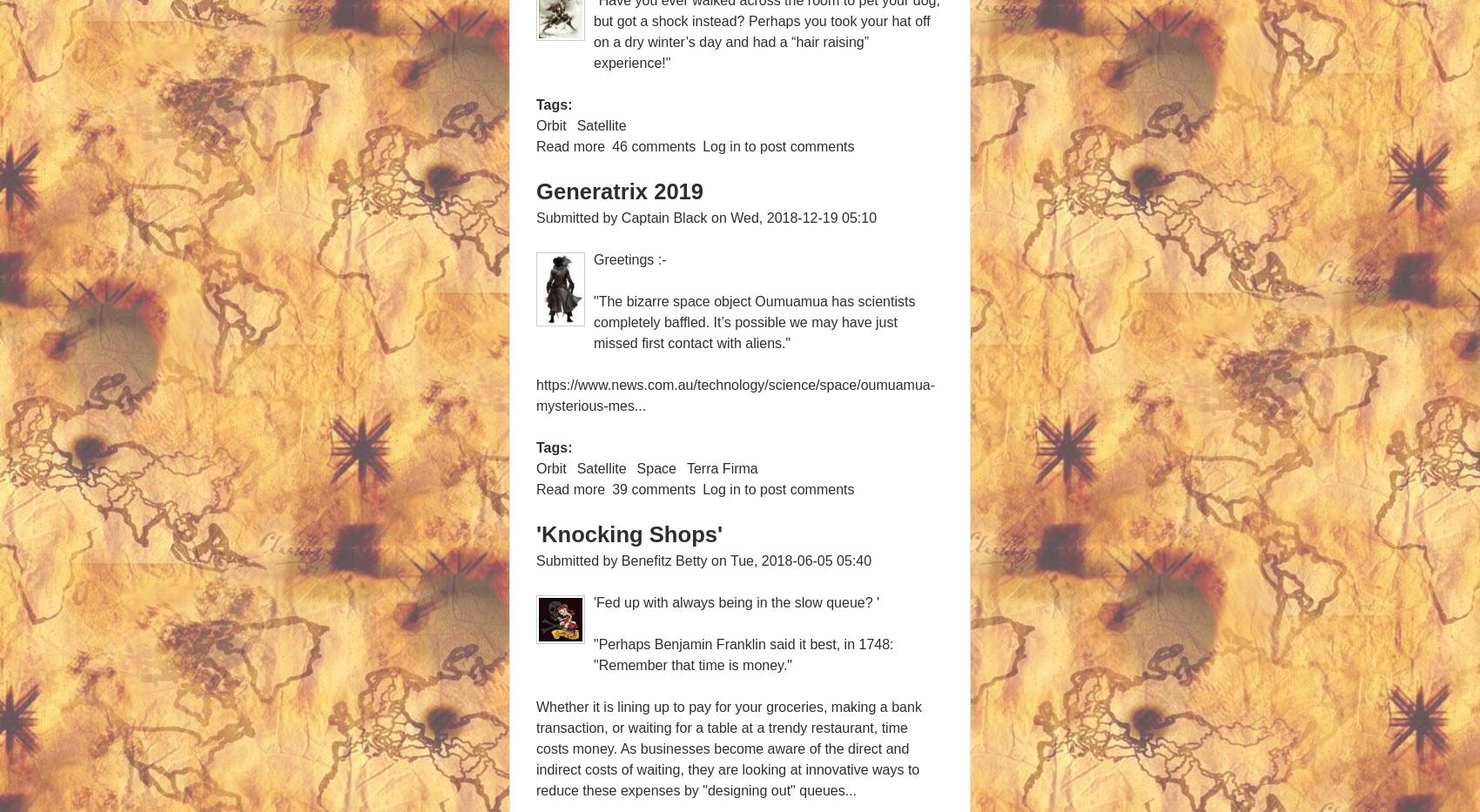 This screenshot has width=1480, height=812. What do you see at coordinates (629, 259) in the screenshot?
I see `'Greetings :-'` at bounding box center [629, 259].